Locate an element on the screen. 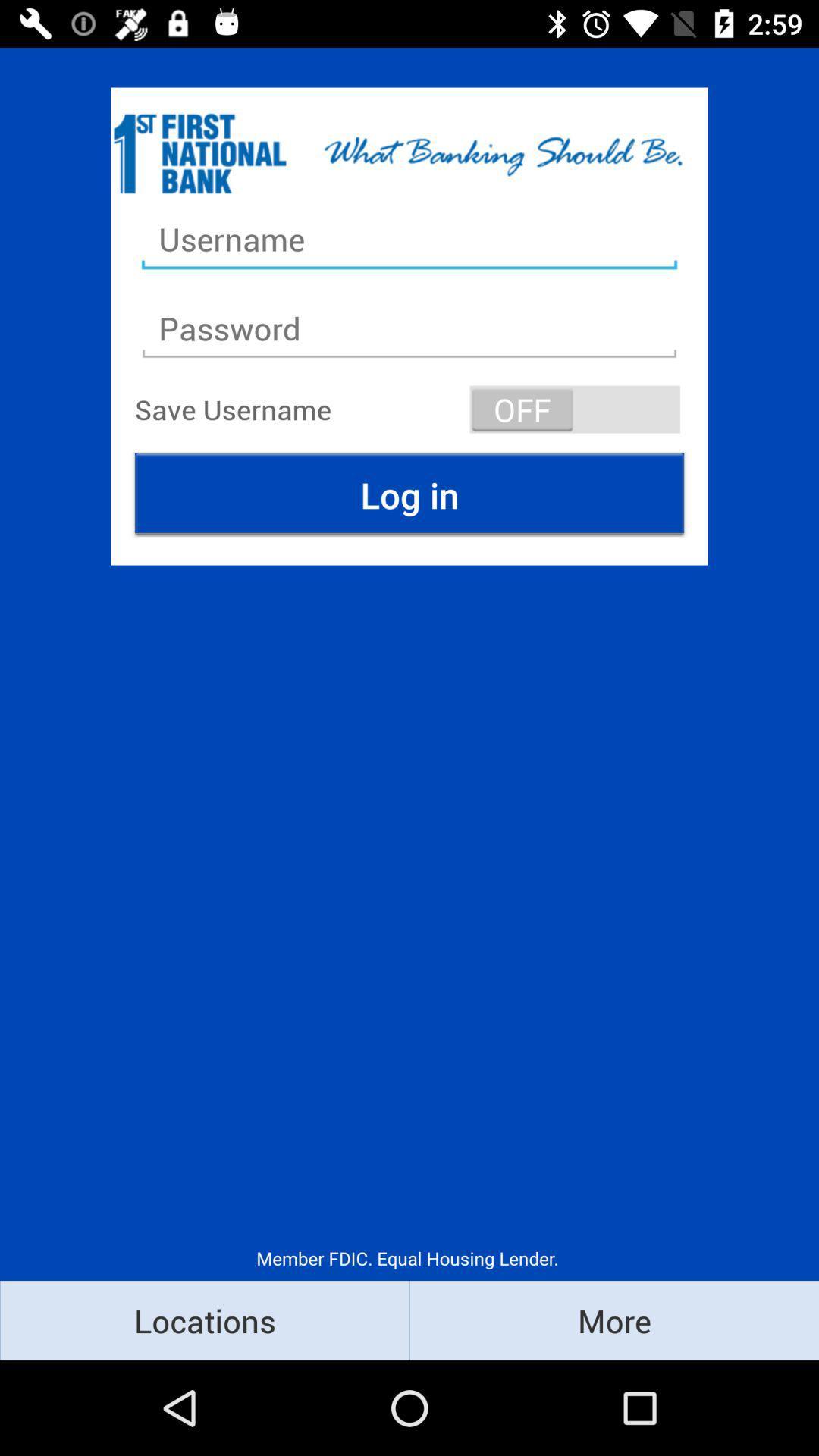 The image size is (819, 1456). item next to the save username is located at coordinates (575, 409).